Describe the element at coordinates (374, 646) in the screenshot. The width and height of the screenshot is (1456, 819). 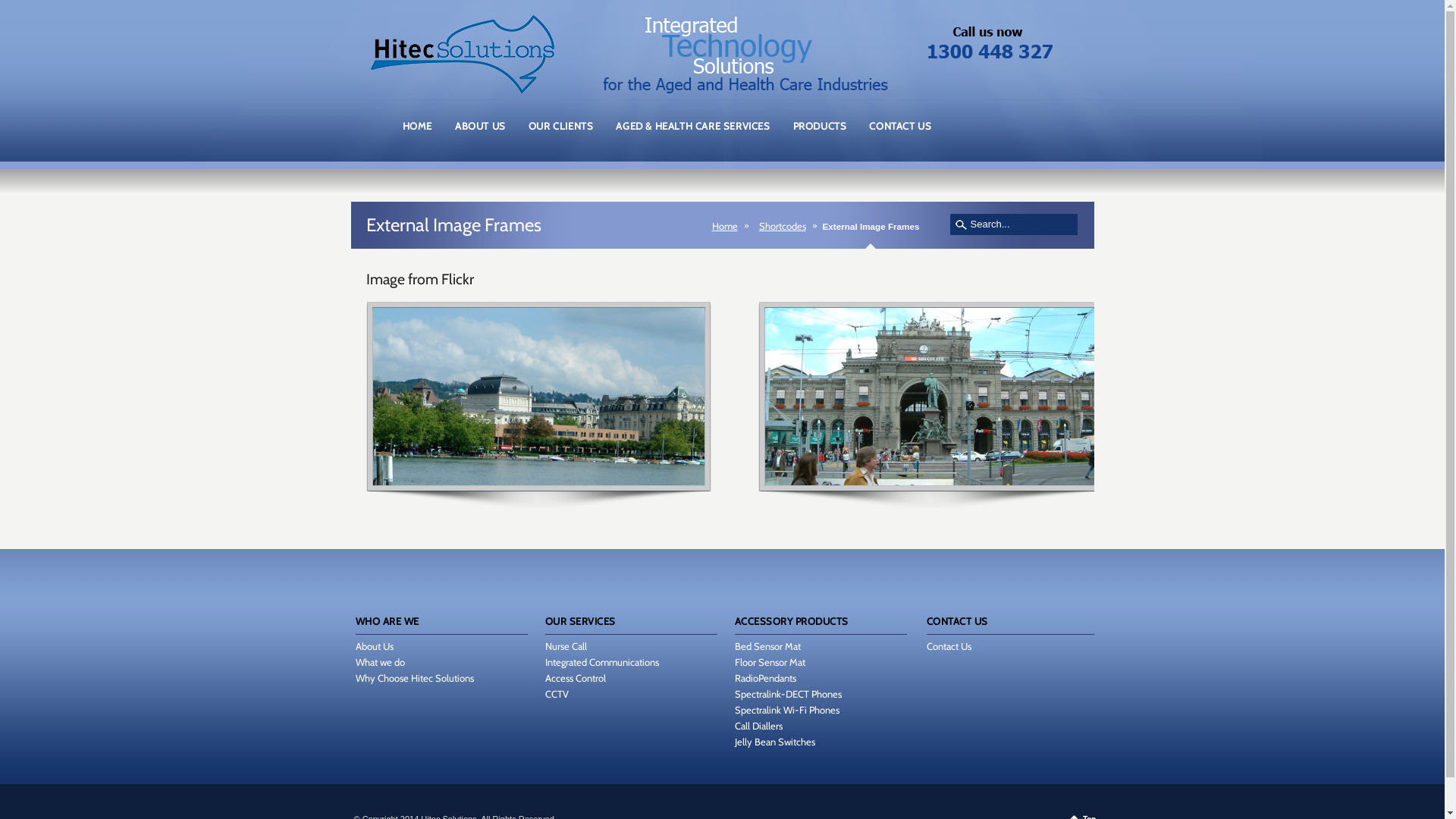
I see `'About Us'` at that location.